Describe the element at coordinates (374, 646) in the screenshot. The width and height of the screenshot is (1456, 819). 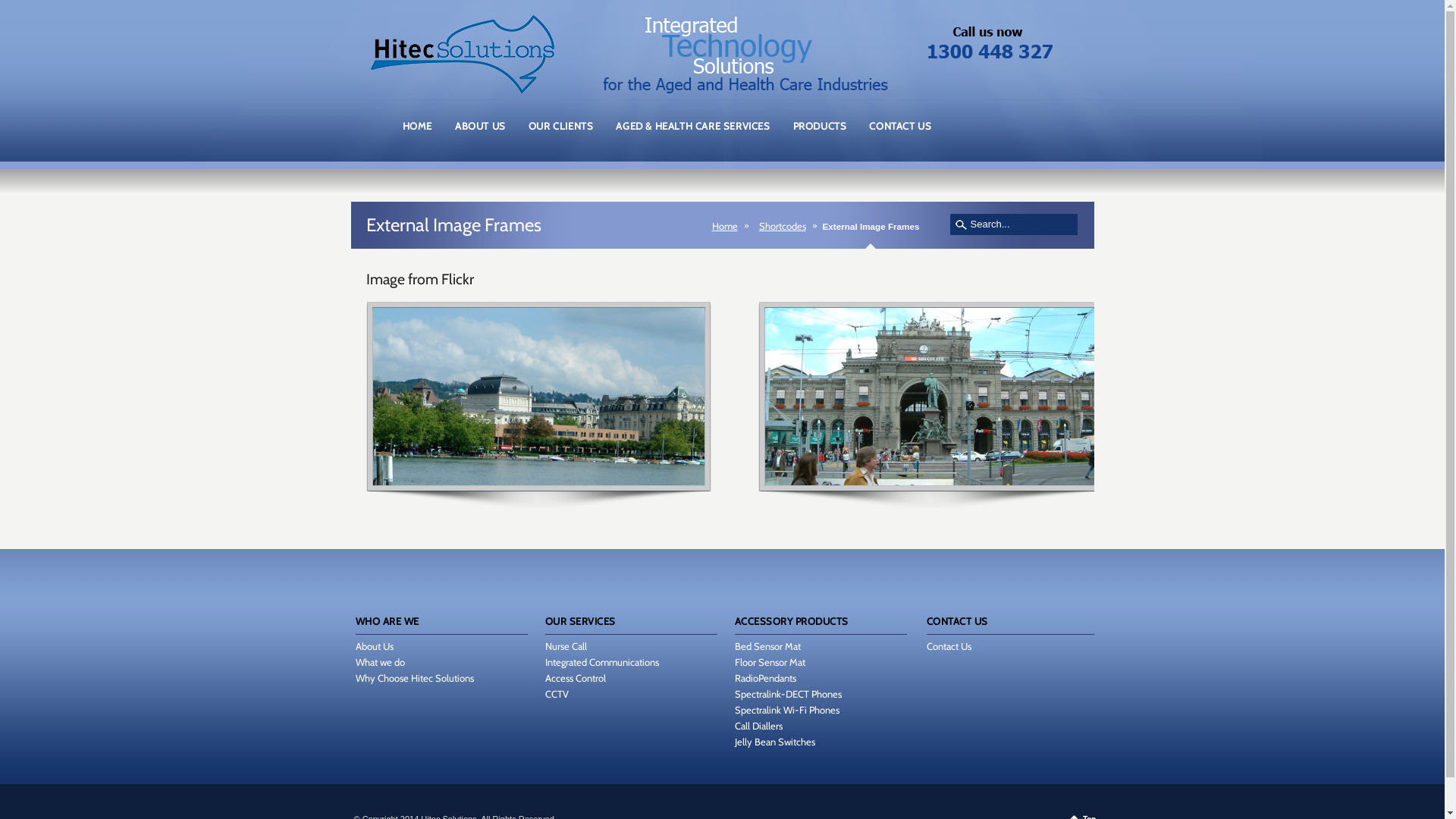
I see `'About Us'` at that location.